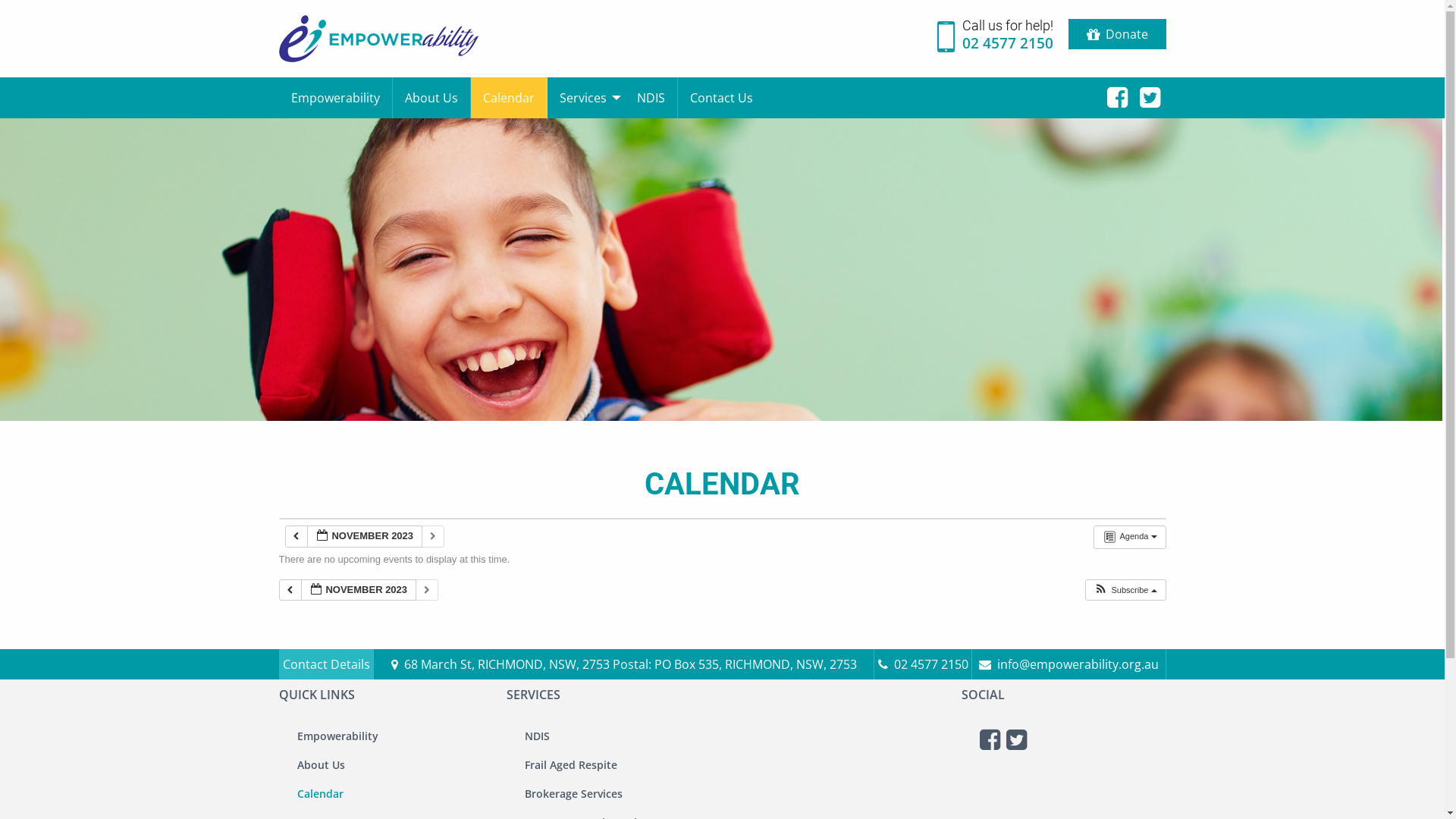  Describe the element at coordinates (519, 792) in the screenshot. I see `'Brokerage Services'` at that location.